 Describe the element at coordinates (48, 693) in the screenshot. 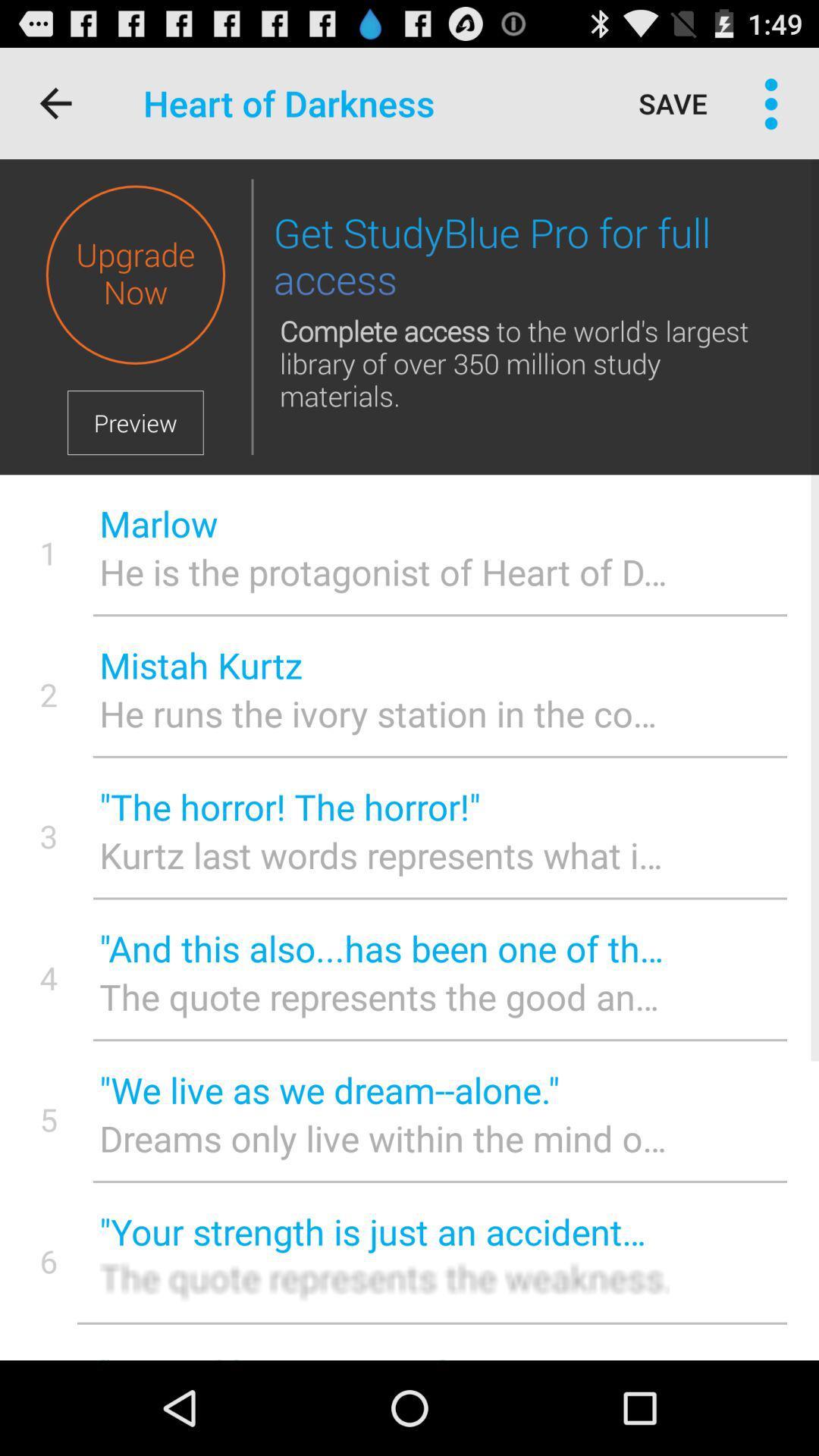

I see `the item next to the mistah kurtz icon` at that location.